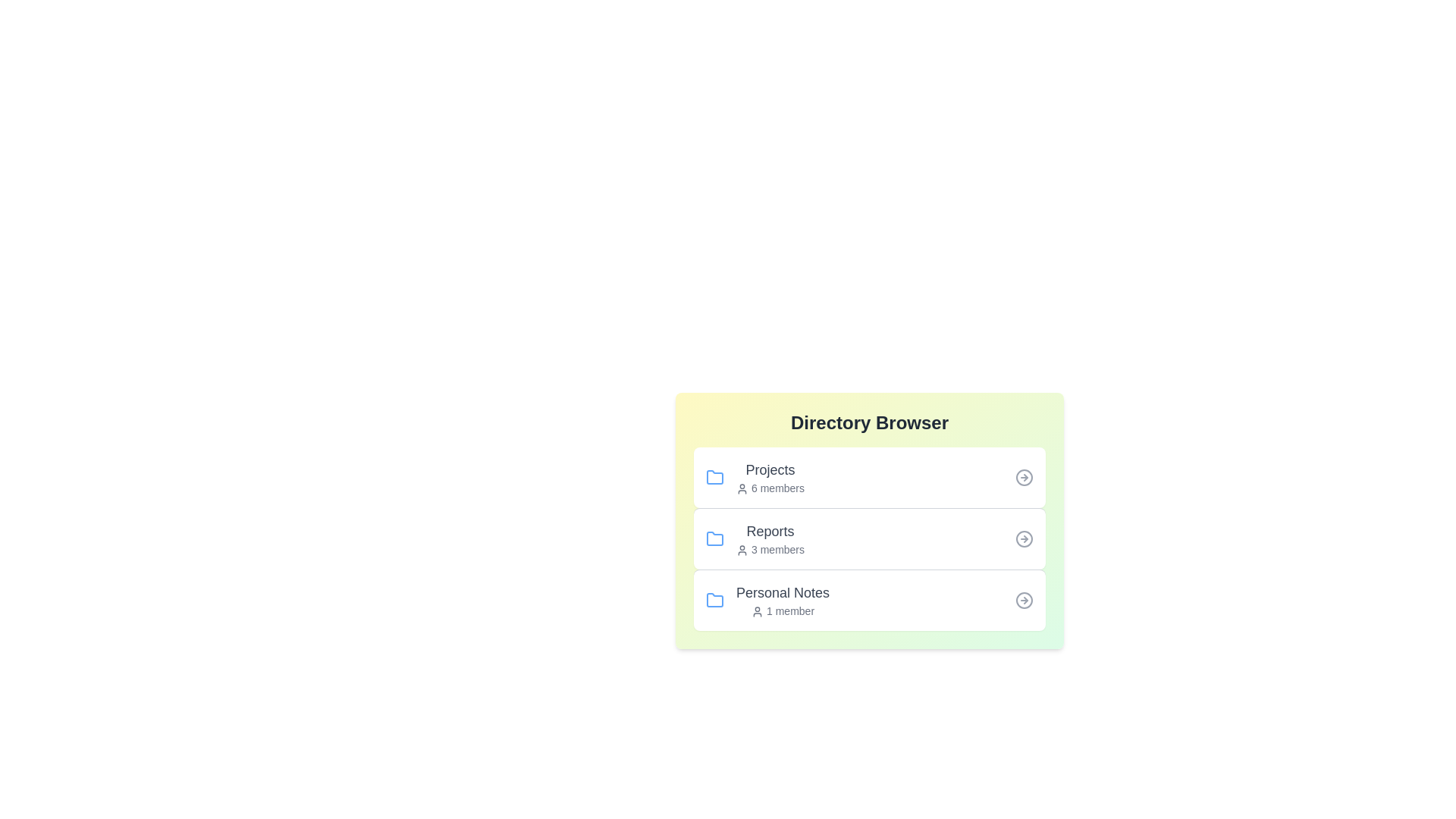 This screenshot has height=819, width=1456. What do you see at coordinates (870, 538) in the screenshot?
I see `the list item corresponding to Reports` at bounding box center [870, 538].